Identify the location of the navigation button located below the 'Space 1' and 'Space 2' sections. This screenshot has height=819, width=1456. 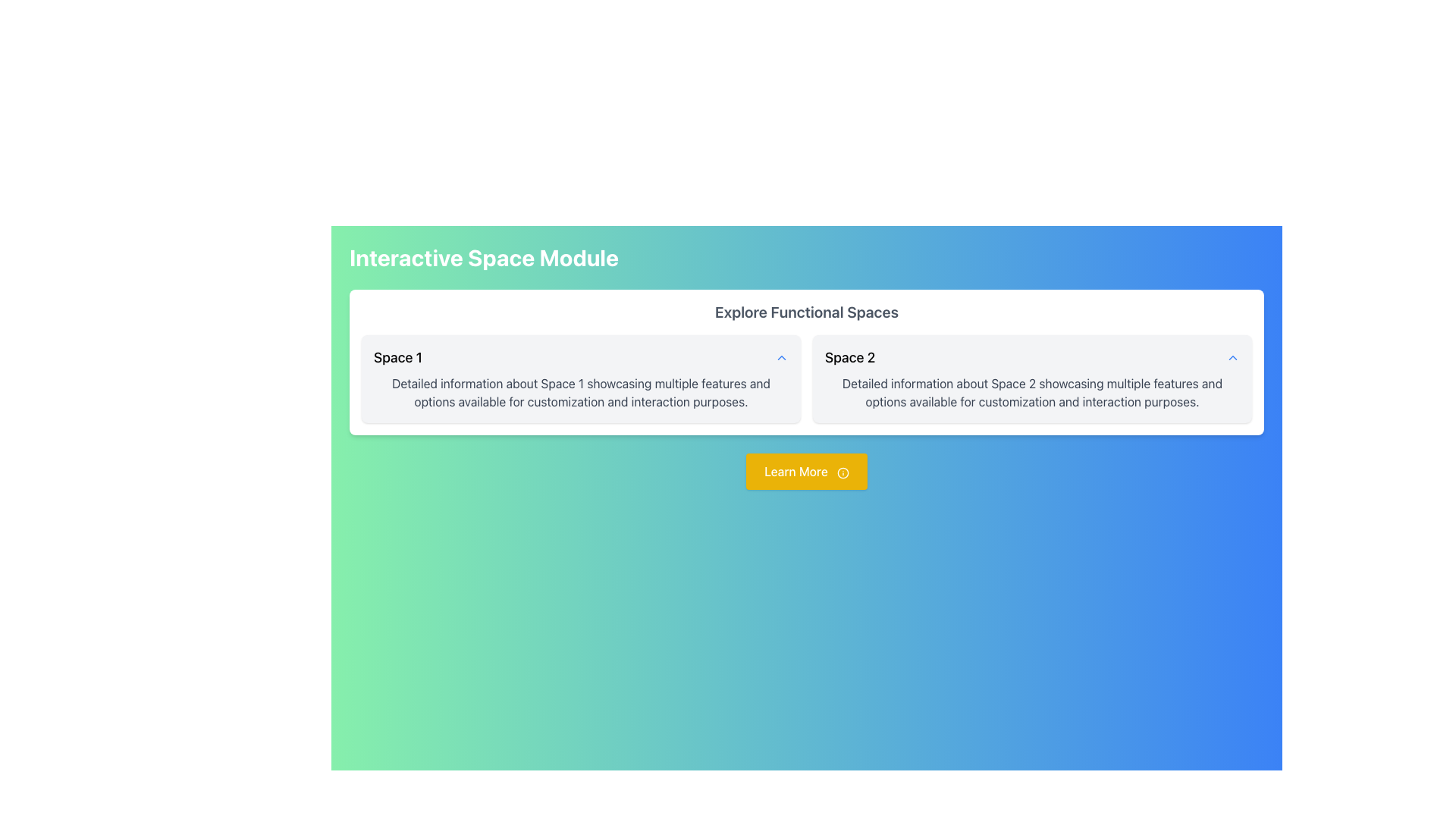
(806, 470).